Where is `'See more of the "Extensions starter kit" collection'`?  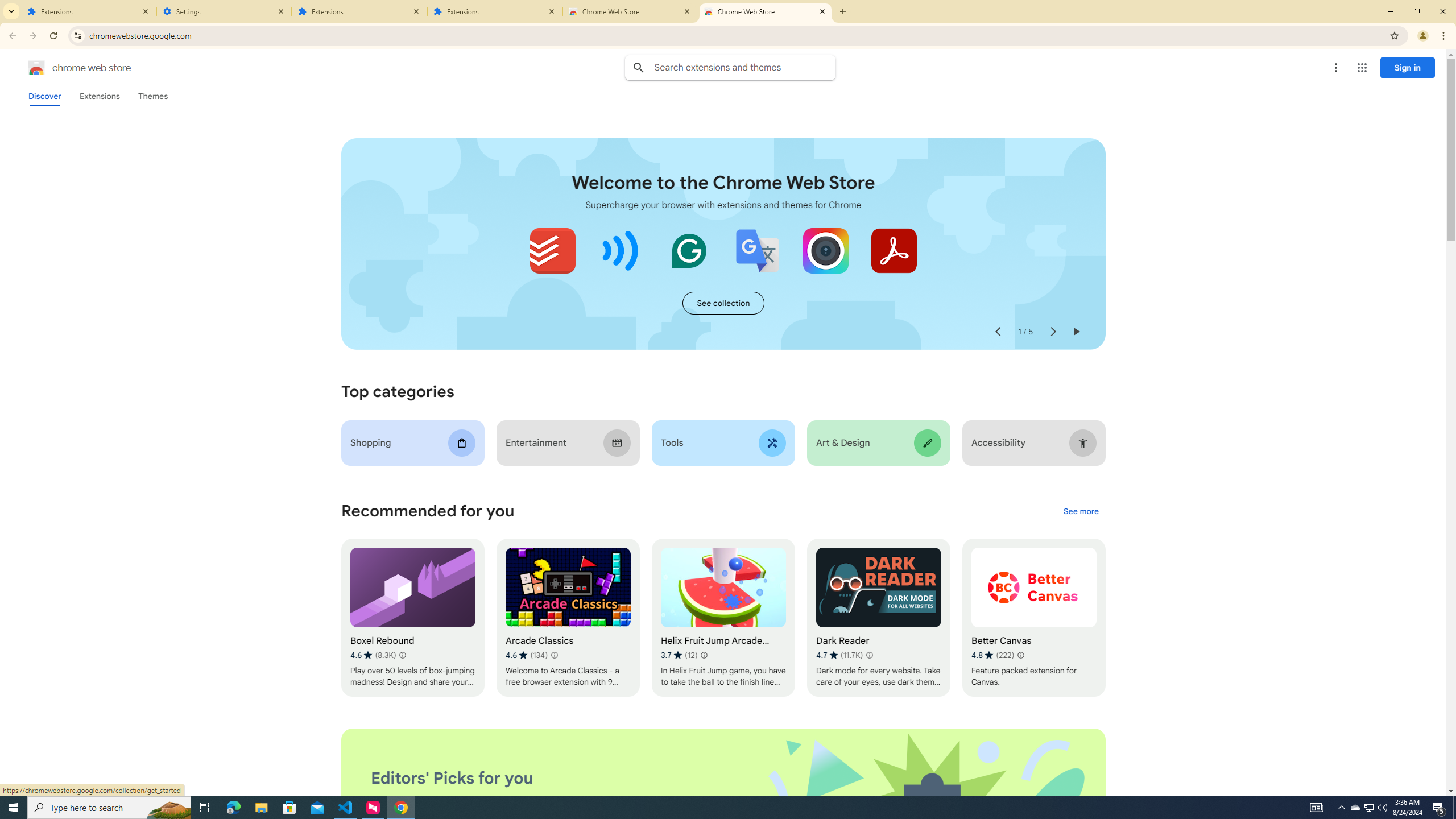 'See more of the "Extensions starter kit" collection' is located at coordinates (723, 303).